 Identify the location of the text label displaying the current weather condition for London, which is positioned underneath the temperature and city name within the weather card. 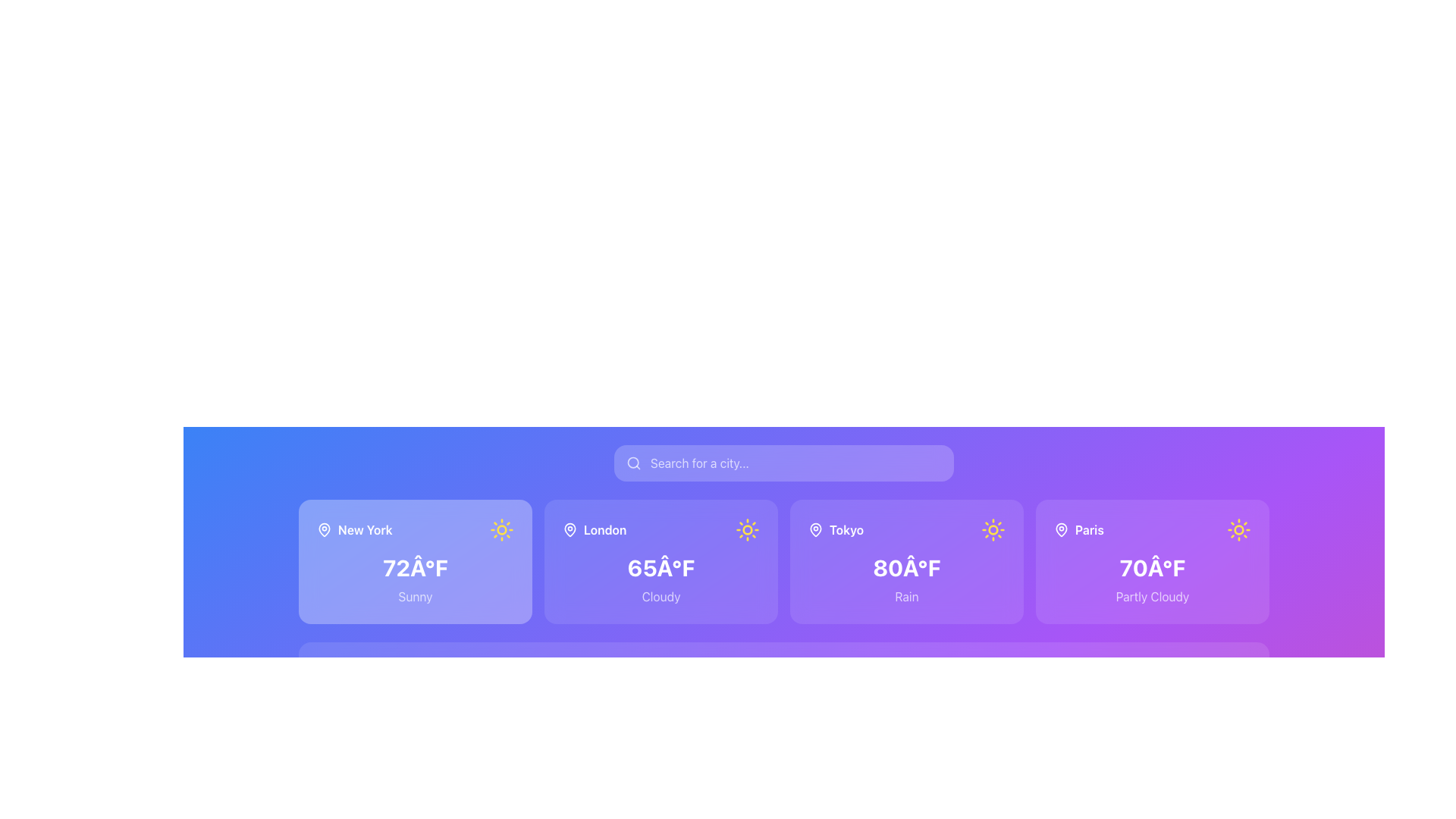
(661, 595).